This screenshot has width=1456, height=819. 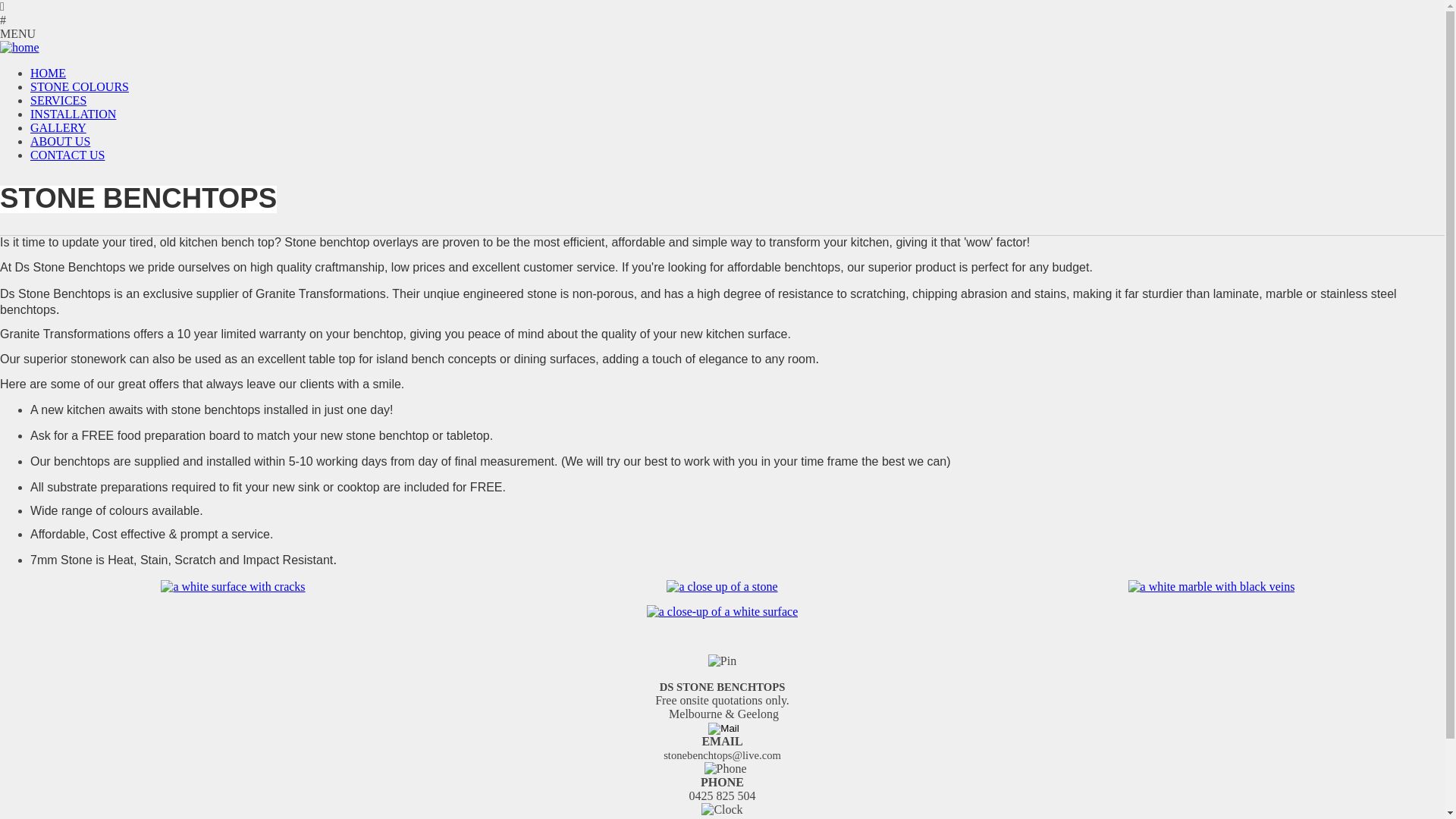 I want to click on 'MENU', so click(x=721, y=34).